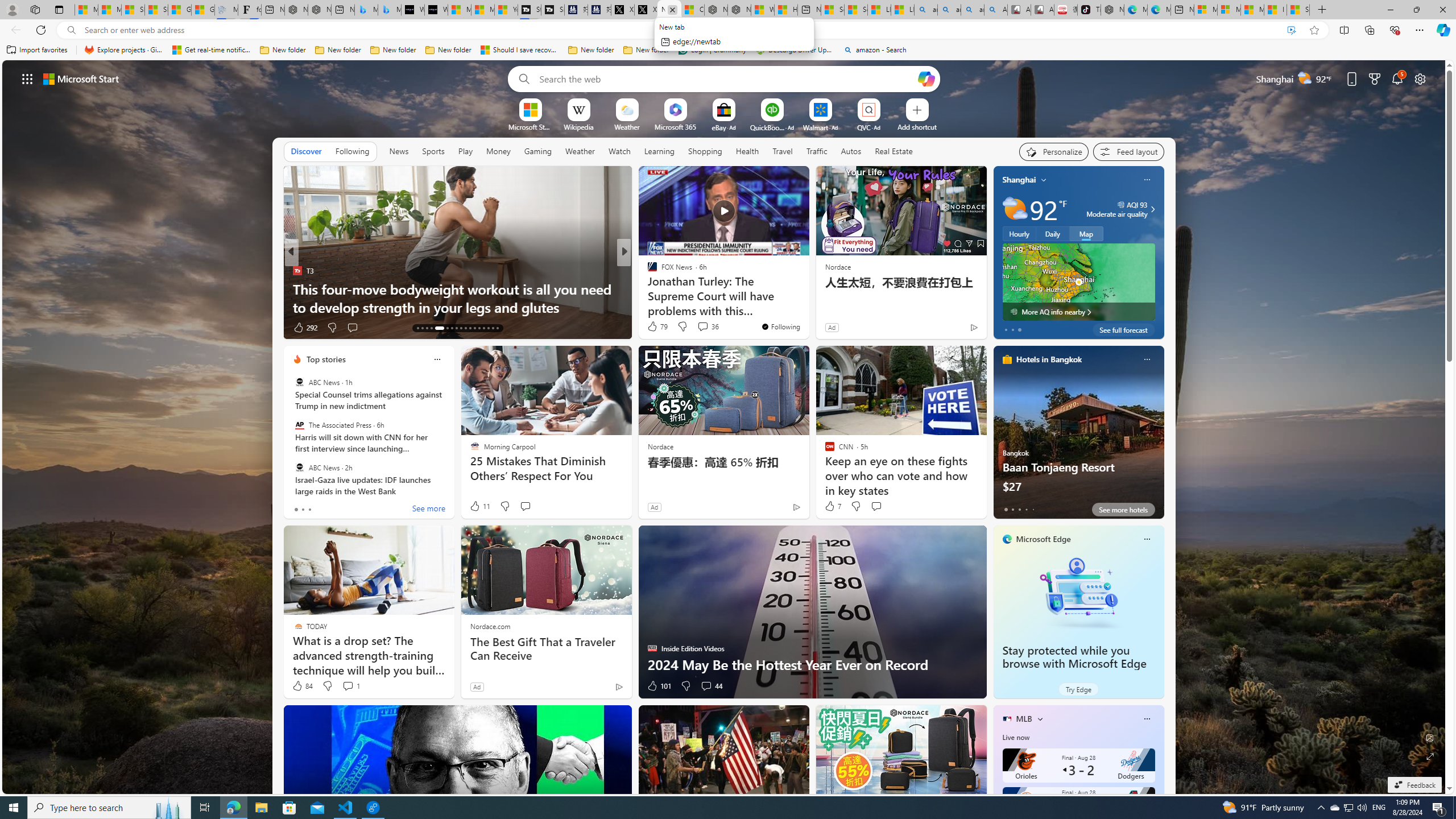  I want to click on 'Sports', so click(433, 151).